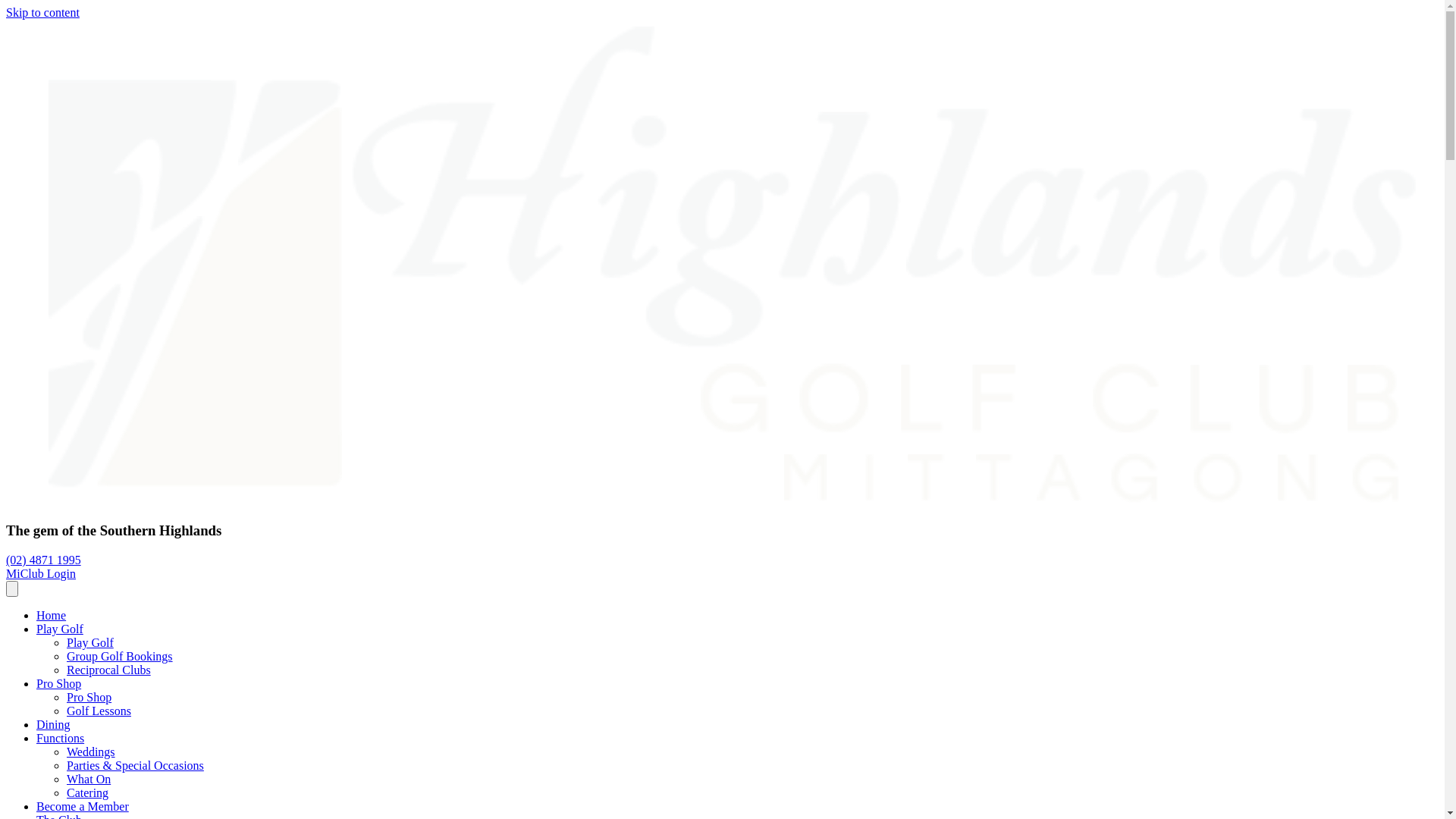 Image resolution: width=1456 pixels, height=819 pixels. I want to click on 'Weddings', so click(90, 752).